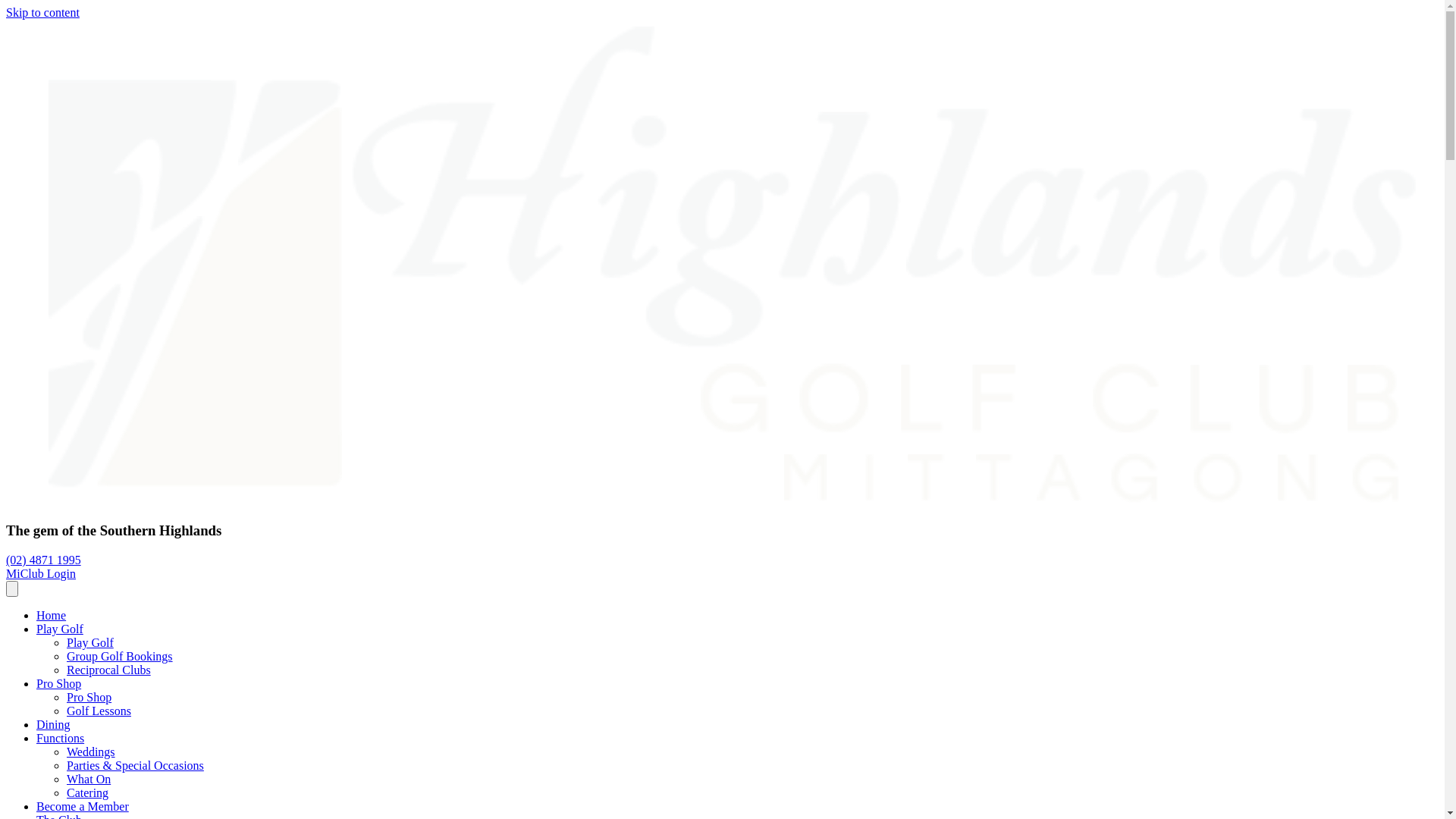 Image resolution: width=1456 pixels, height=819 pixels. I want to click on 'Weddings', so click(90, 752).